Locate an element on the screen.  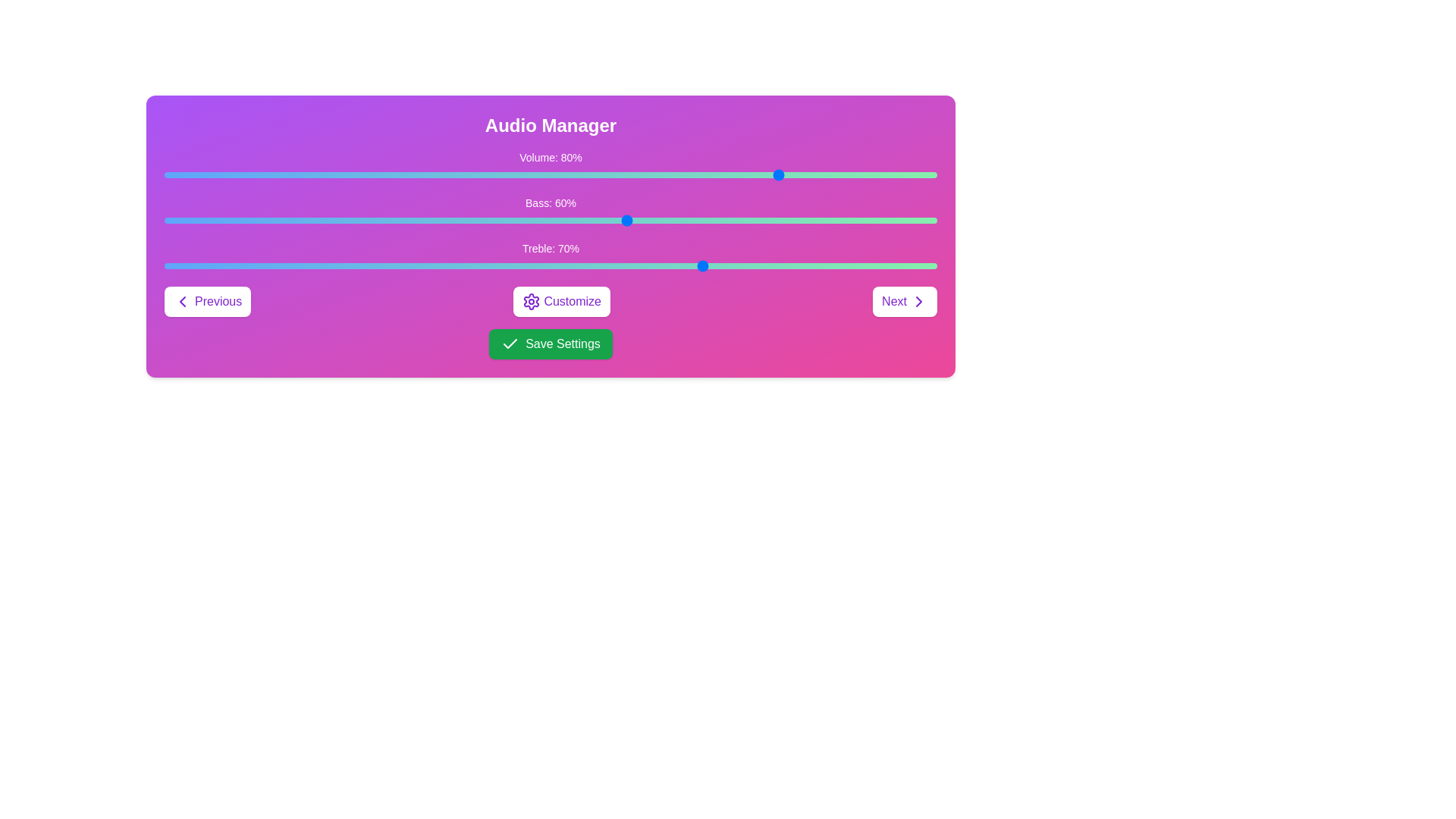
the slider is located at coordinates (388, 265).